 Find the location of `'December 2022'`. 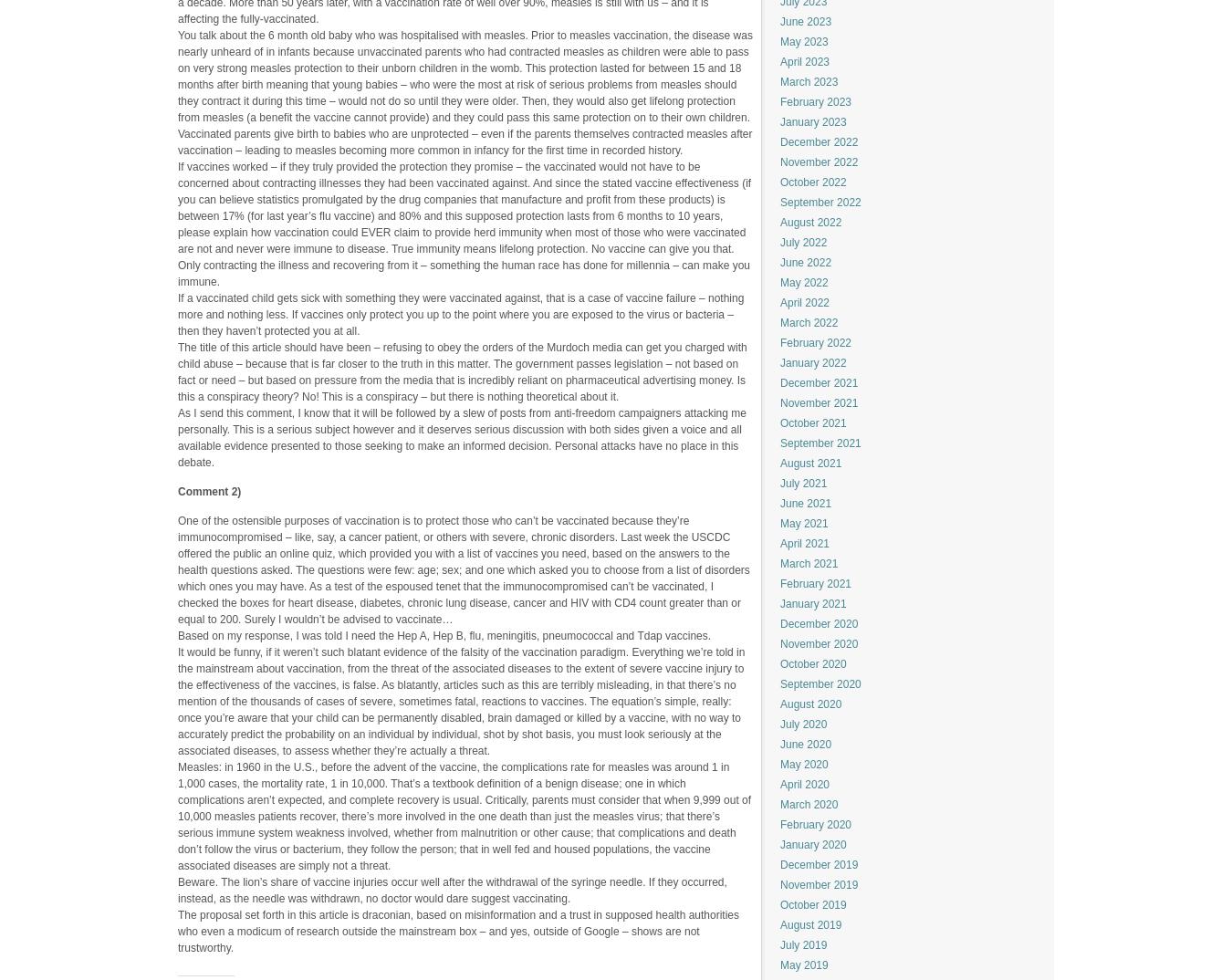

'December 2022' is located at coordinates (819, 141).